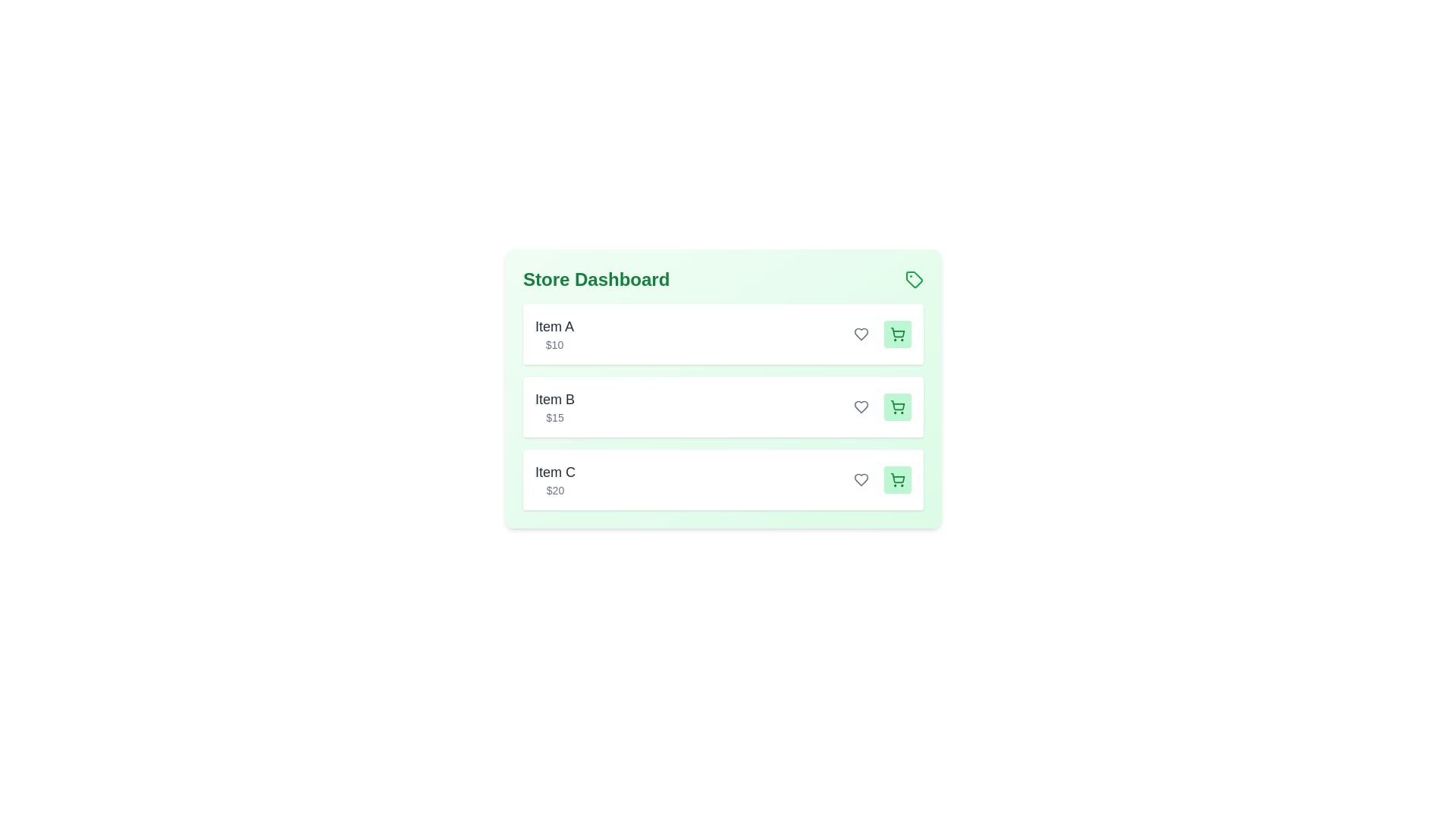 The width and height of the screenshot is (1456, 819). I want to click on the tag-shaped icon located in the top-right corner of the 'Store Dashboard' section, to the right of the title, so click(913, 280).